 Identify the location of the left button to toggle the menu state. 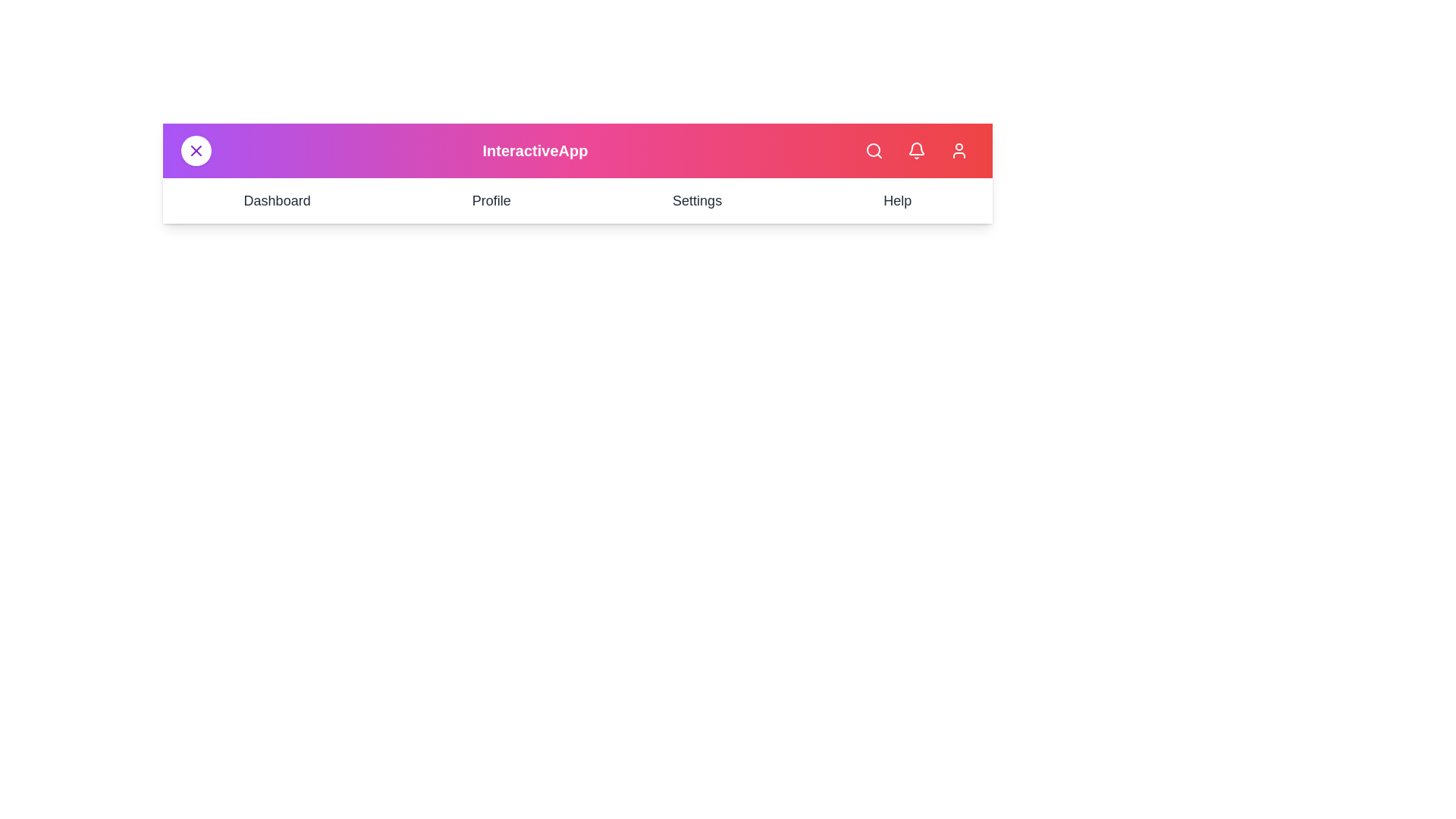
(196, 151).